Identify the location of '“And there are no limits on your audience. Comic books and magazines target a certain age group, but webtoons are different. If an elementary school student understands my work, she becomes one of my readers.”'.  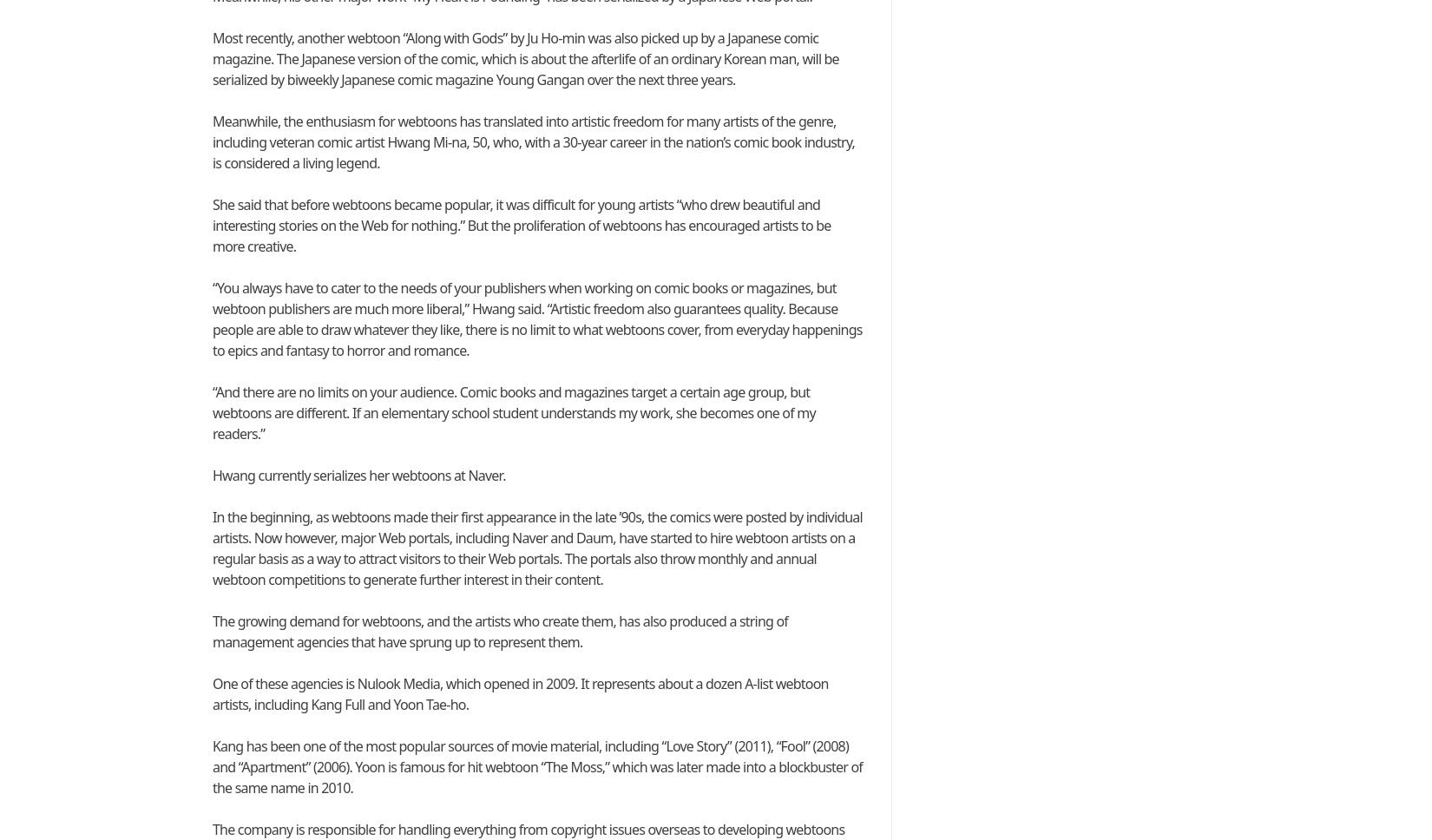
(213, 411).